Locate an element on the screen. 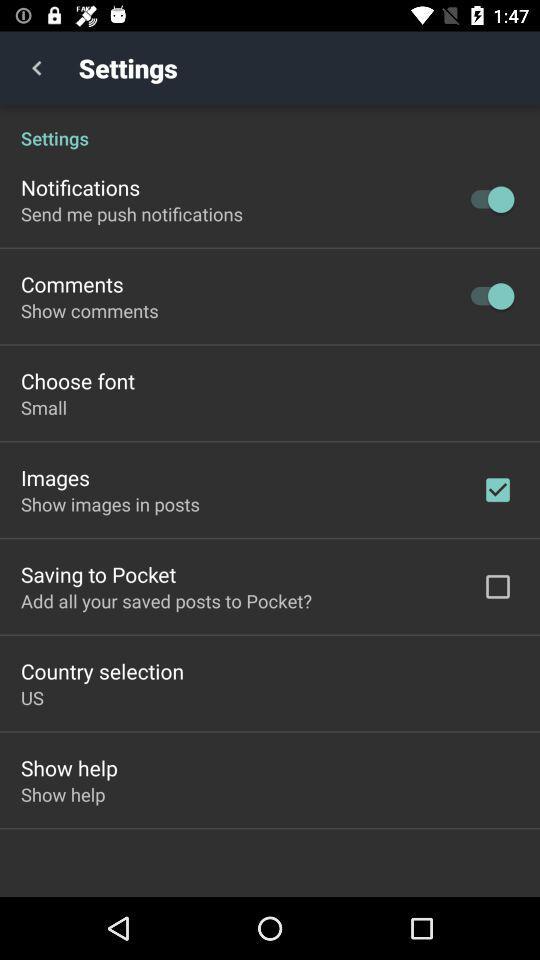 This screenshot has width=540, height=960. the item above choose font icon is located at coordinates (88, 310).